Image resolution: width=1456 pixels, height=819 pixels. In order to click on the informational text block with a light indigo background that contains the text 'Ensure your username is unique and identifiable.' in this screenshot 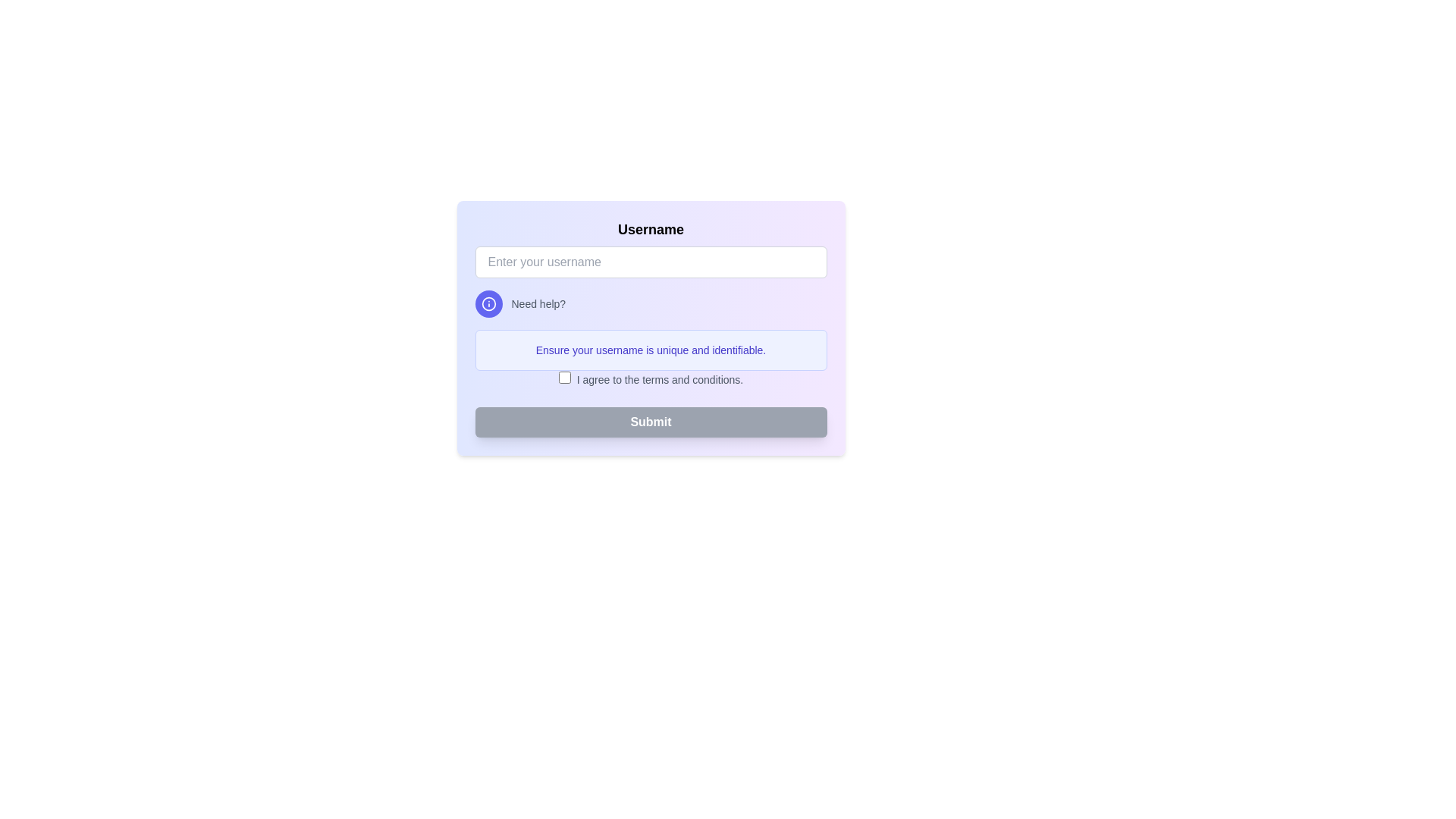, I will do `click(651, 350)`.